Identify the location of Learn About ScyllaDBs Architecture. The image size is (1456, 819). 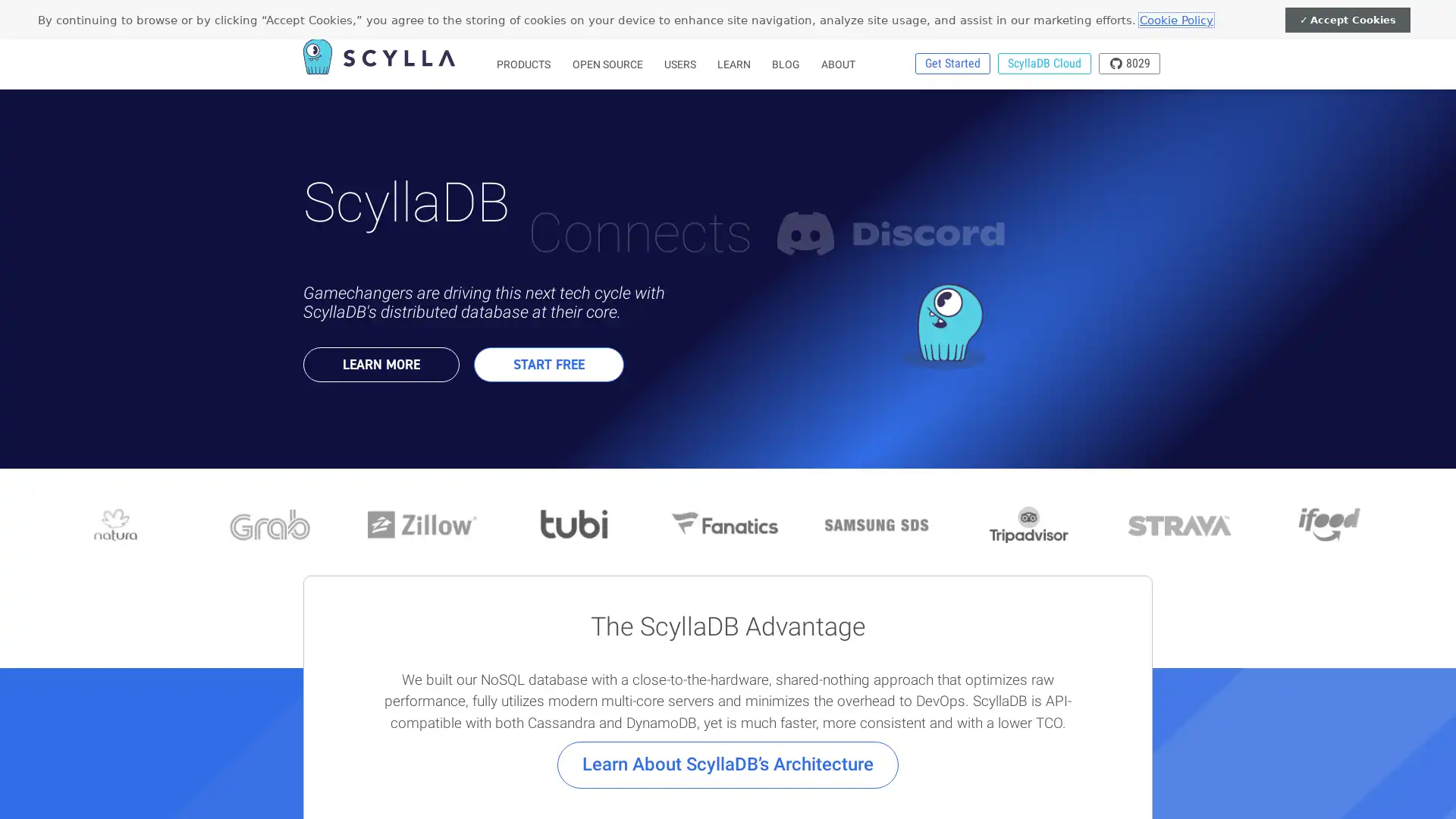
(728, 765).